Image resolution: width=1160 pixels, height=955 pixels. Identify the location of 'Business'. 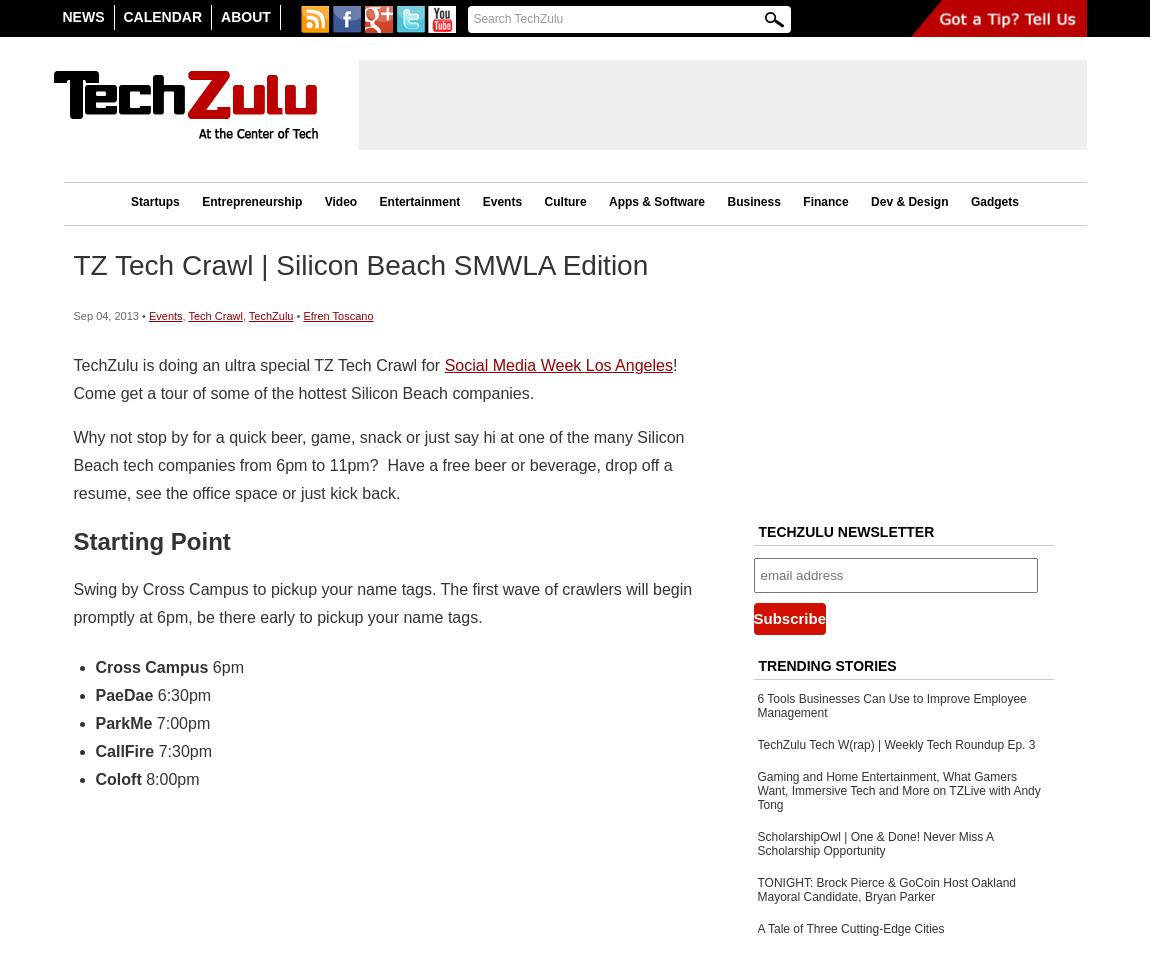
(753, 201).